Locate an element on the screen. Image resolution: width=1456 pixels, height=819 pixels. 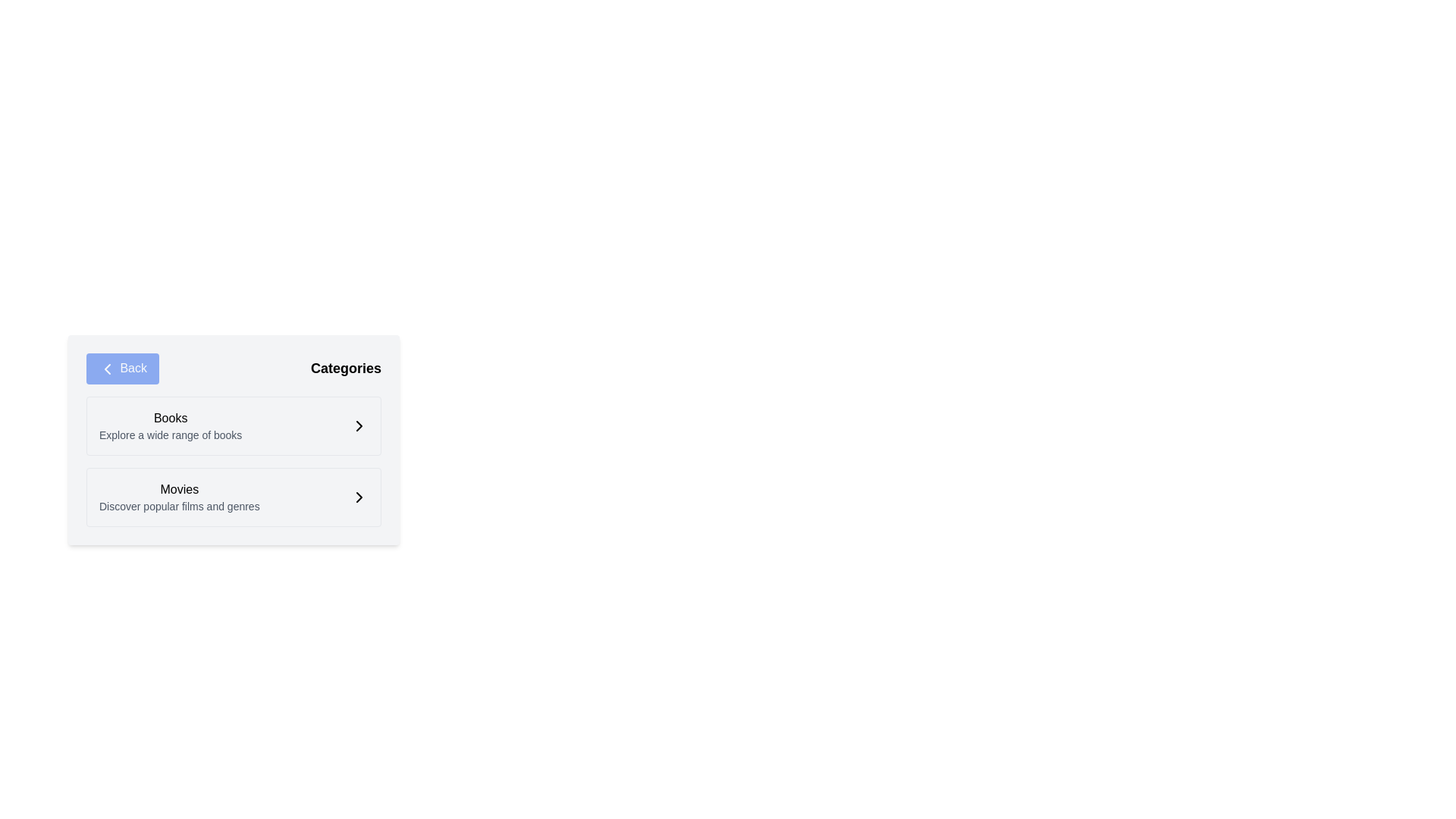
the text element displaying 'Discover popular films and genres', which is located beneath the 'Movies' section title is located at coordinates (179, 506).